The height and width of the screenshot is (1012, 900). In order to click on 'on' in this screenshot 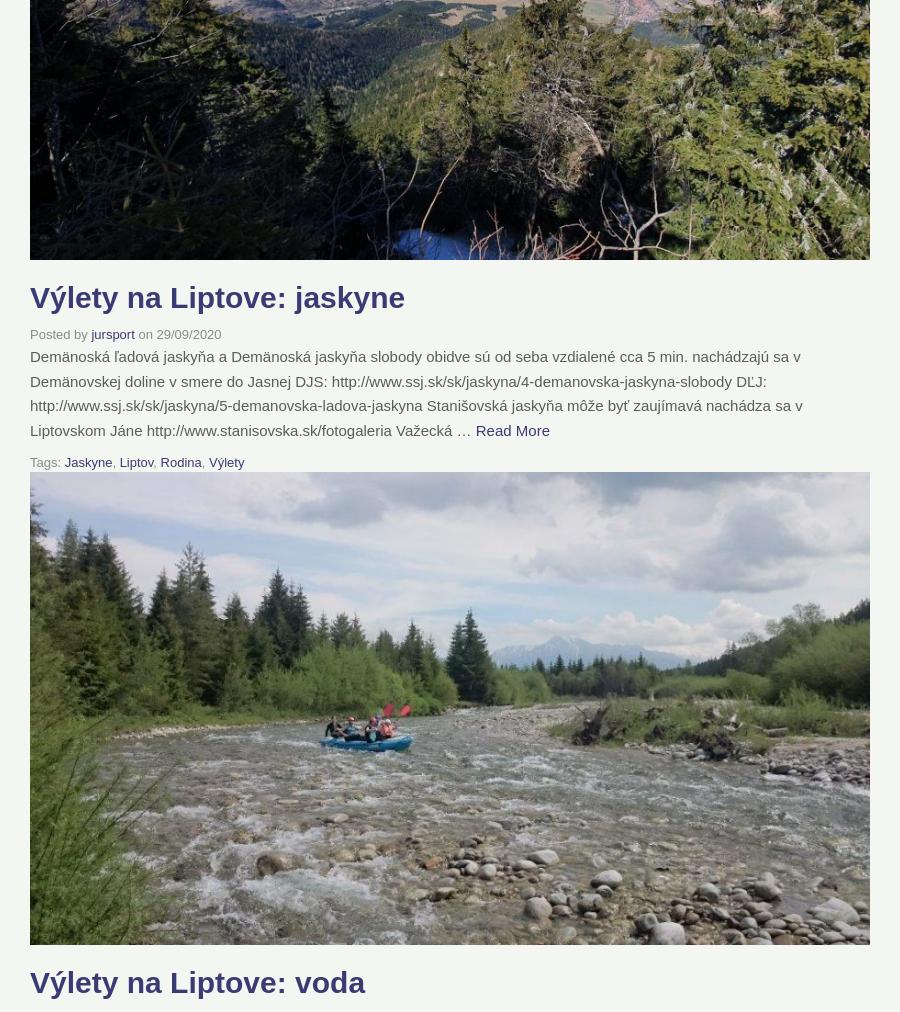, I will do `click(144, 333)`.